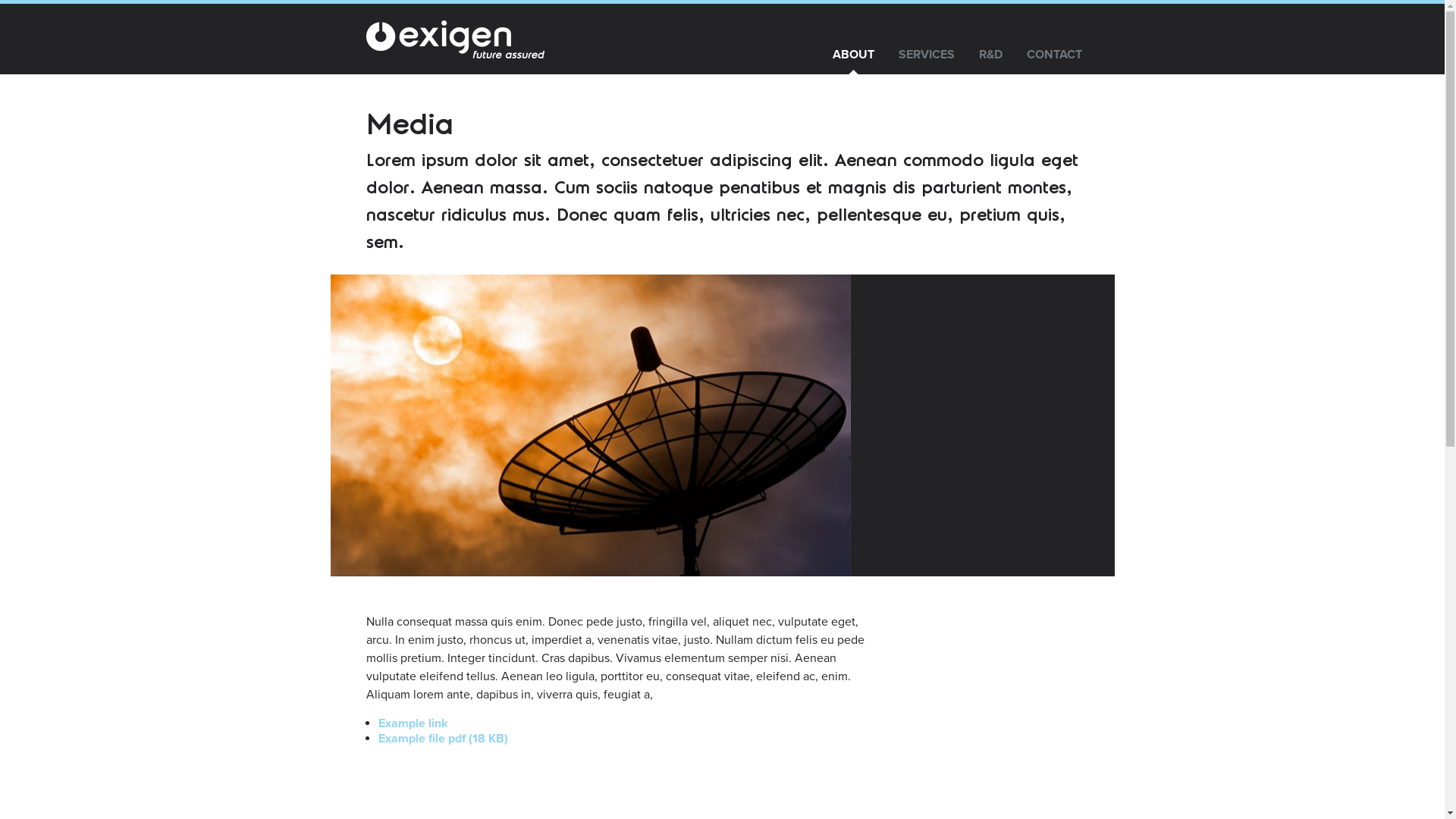 Image resolution: width=1456 pixels, height=819 pixels. I want to click on 'CONTACT', so click(1015, 54).